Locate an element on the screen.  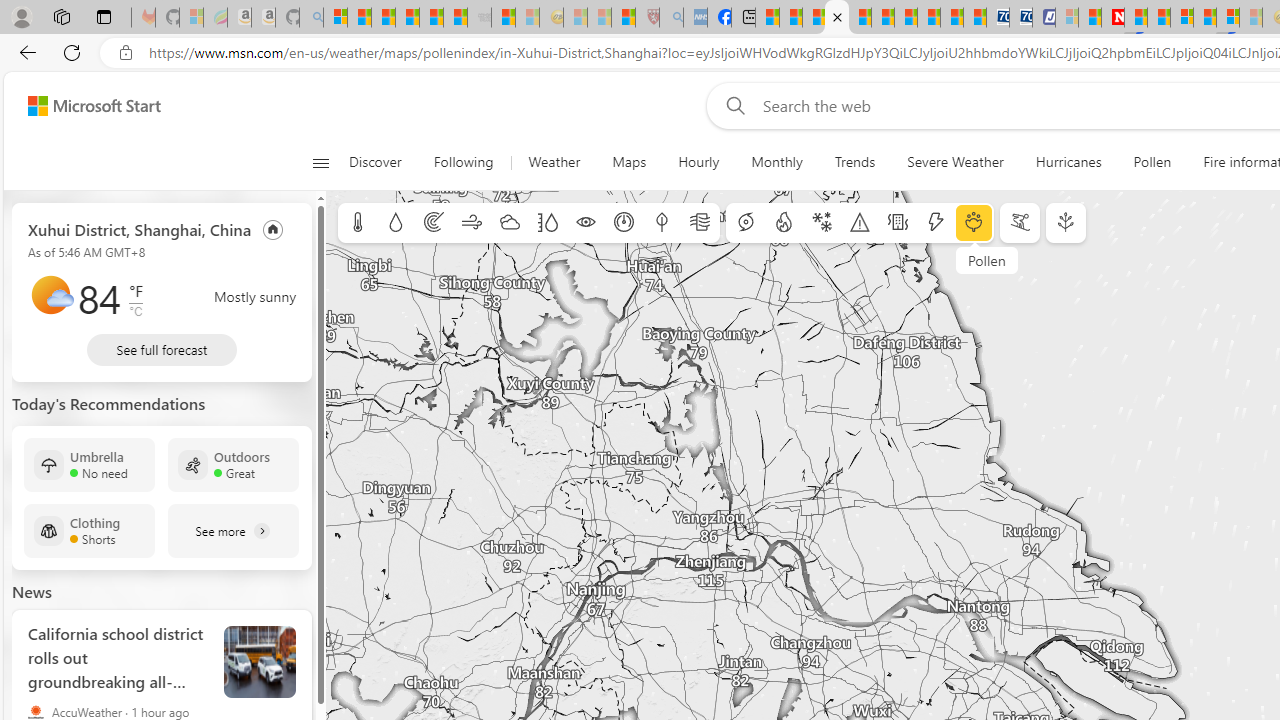
'Set as primary location' is located at coordinates (272, 228).